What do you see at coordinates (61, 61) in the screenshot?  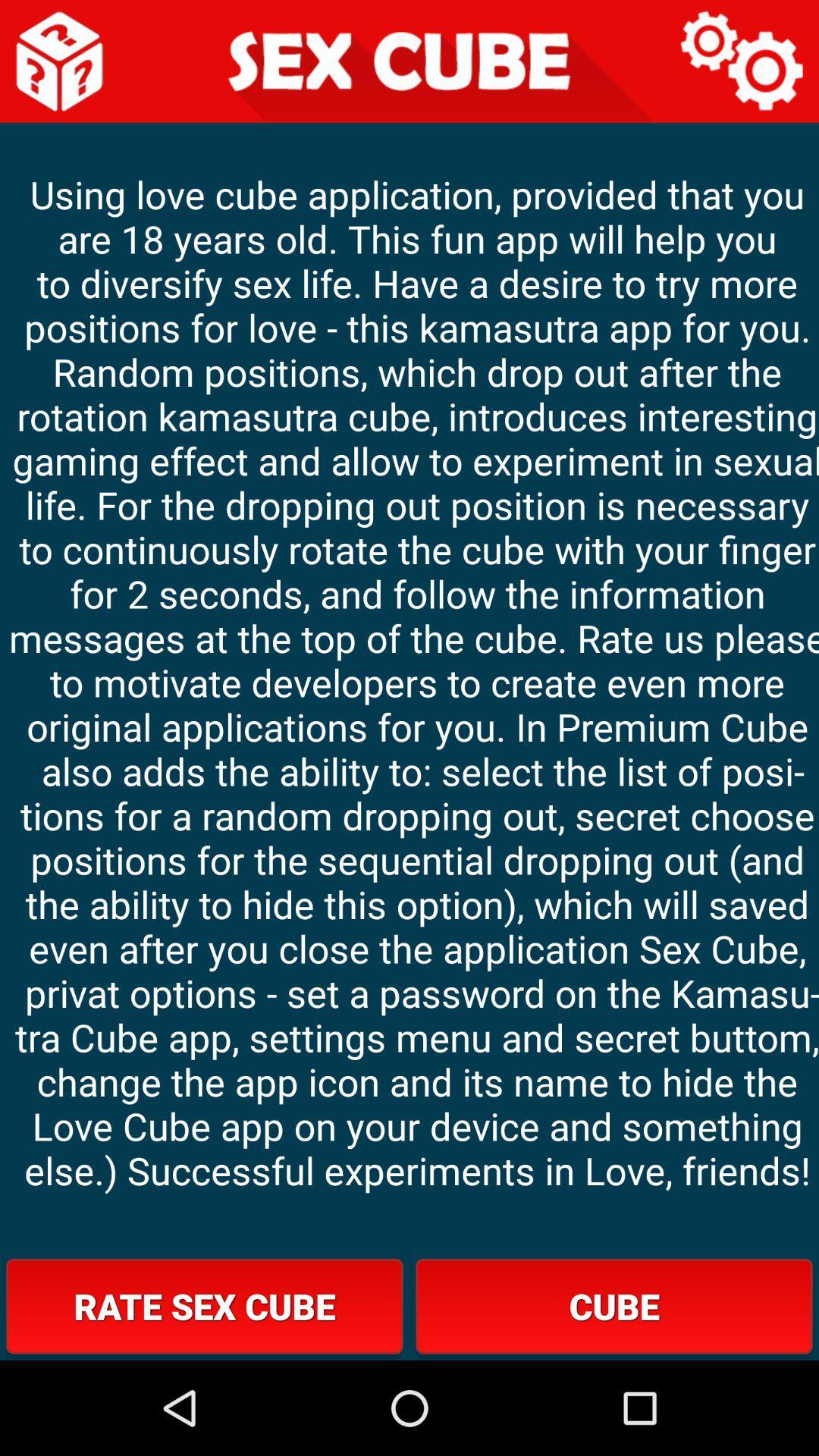 I see `main page` at bounding box center [61, 61].